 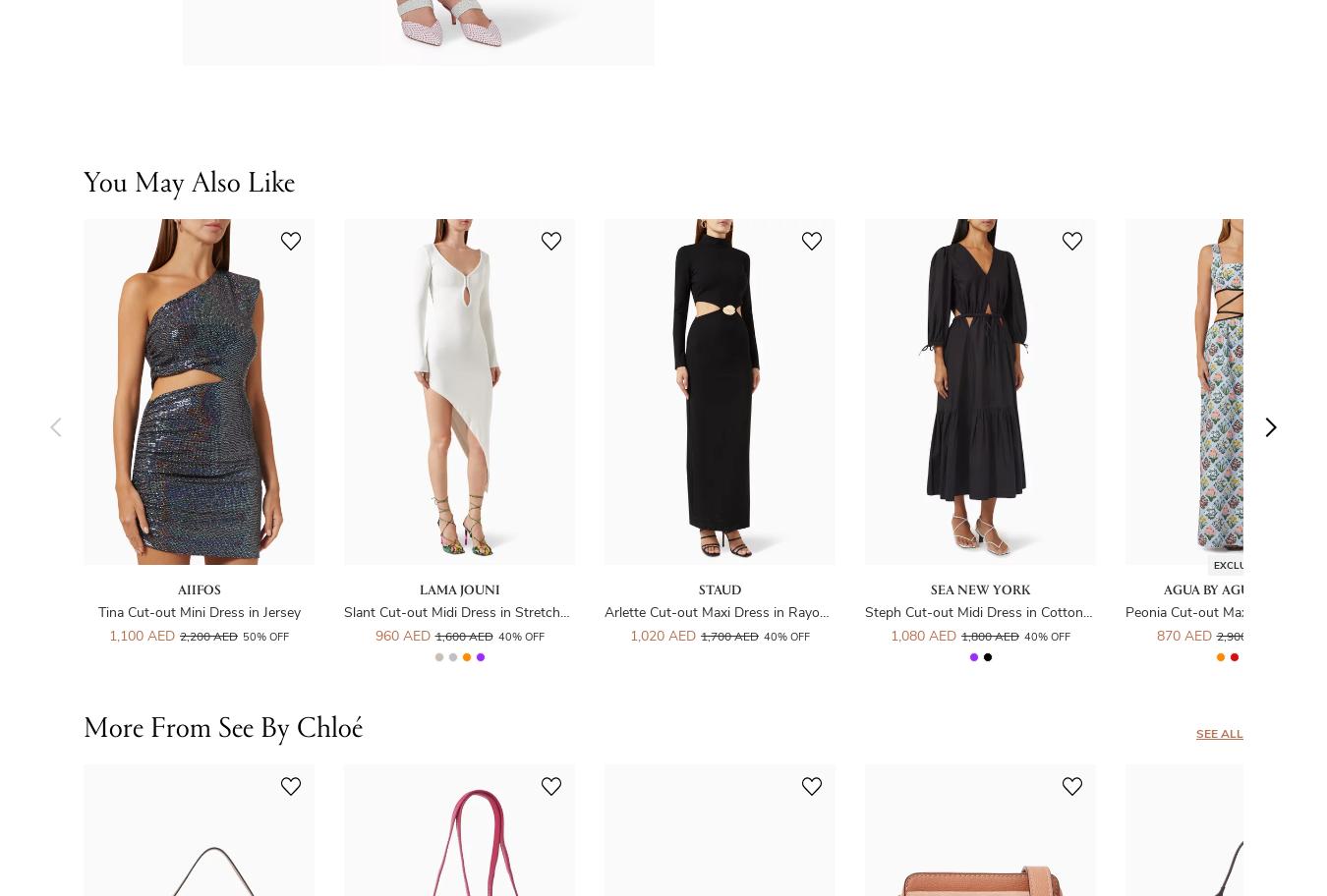 I want to click on '1,600 AED', so click(x=462, y=635).